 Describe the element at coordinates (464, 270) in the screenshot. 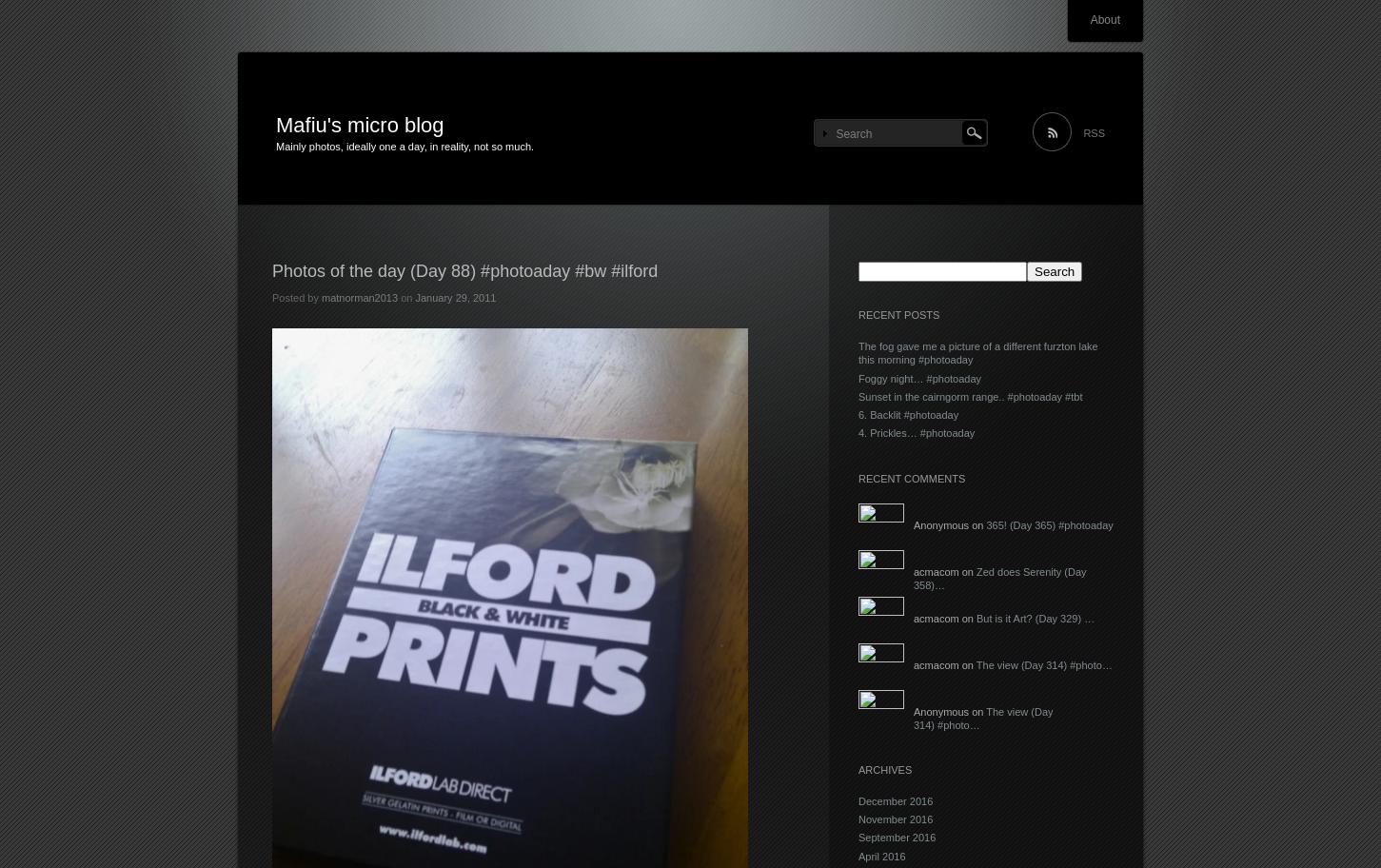

I see `'Photos of the day (Day 88) #photoaday #bw #ilford'` at that location.